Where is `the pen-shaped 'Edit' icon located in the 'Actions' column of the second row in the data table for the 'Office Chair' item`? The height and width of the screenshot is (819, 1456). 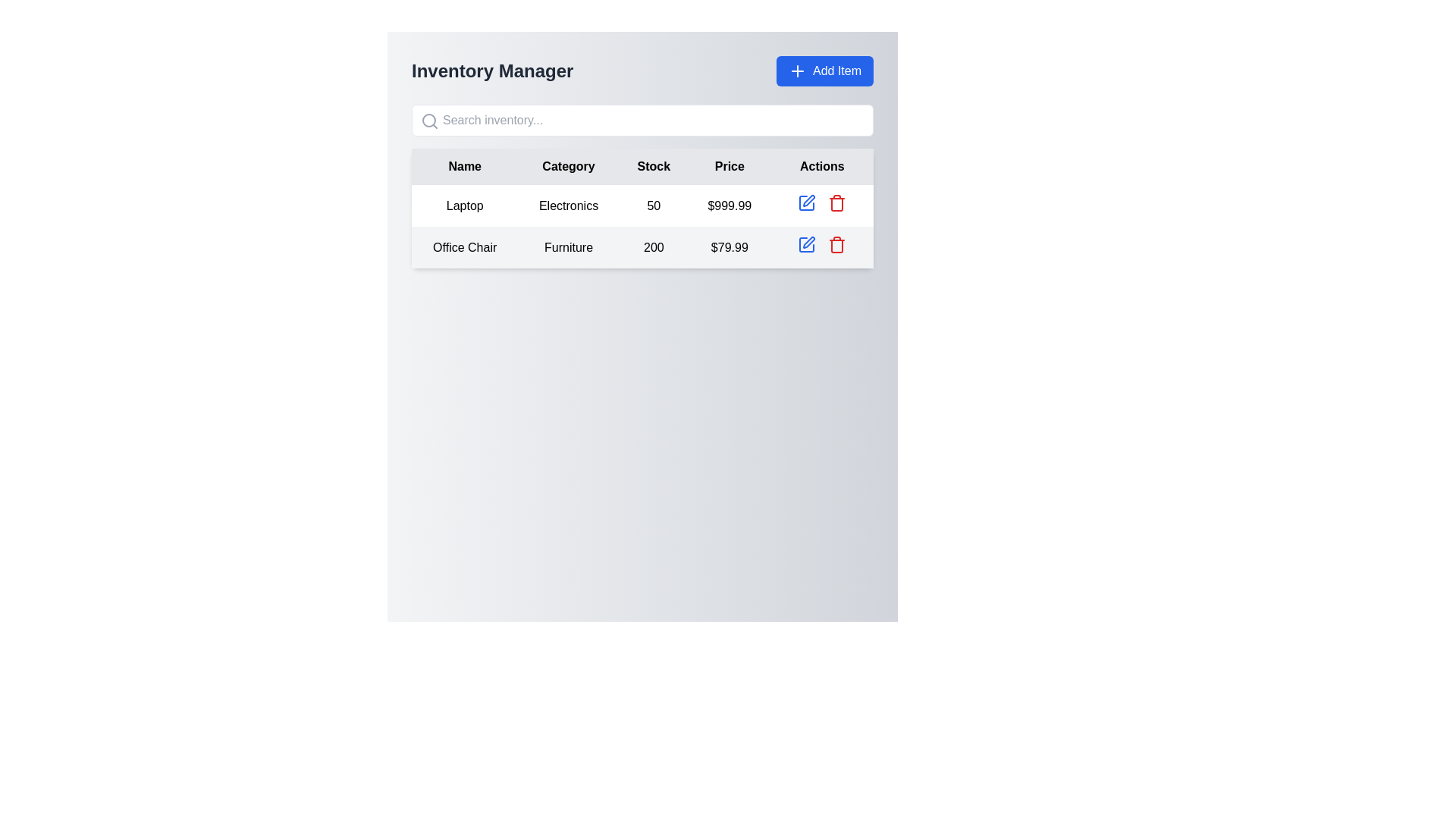
the pen-shaped 'Edit' icon located in the 'Actions' column of the second row in the data table for the 'Office Chair' item is located at coordinates (808, 242).